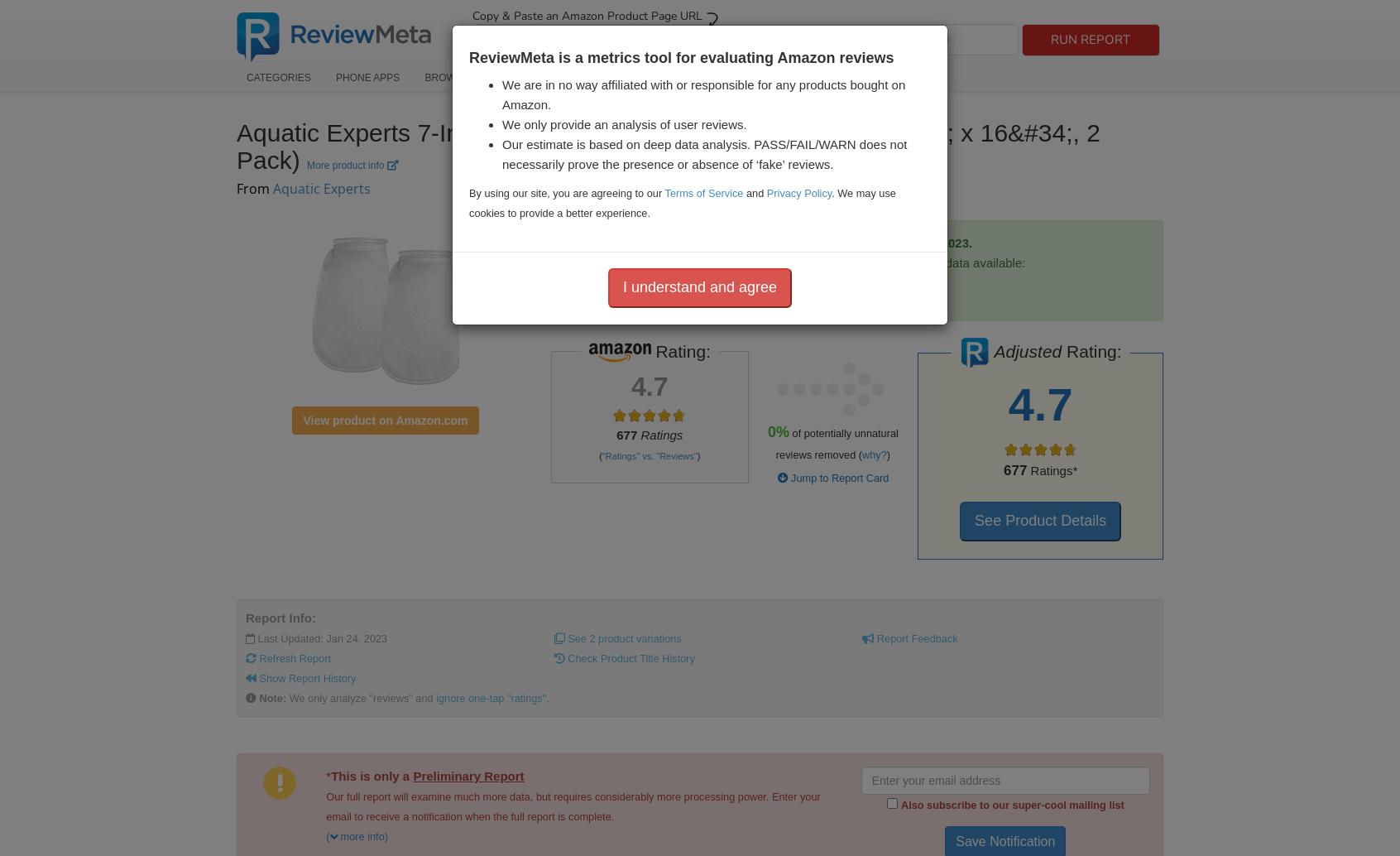  I want to click on '. We may use cookies to provide a better experience.', so click(682, 202).